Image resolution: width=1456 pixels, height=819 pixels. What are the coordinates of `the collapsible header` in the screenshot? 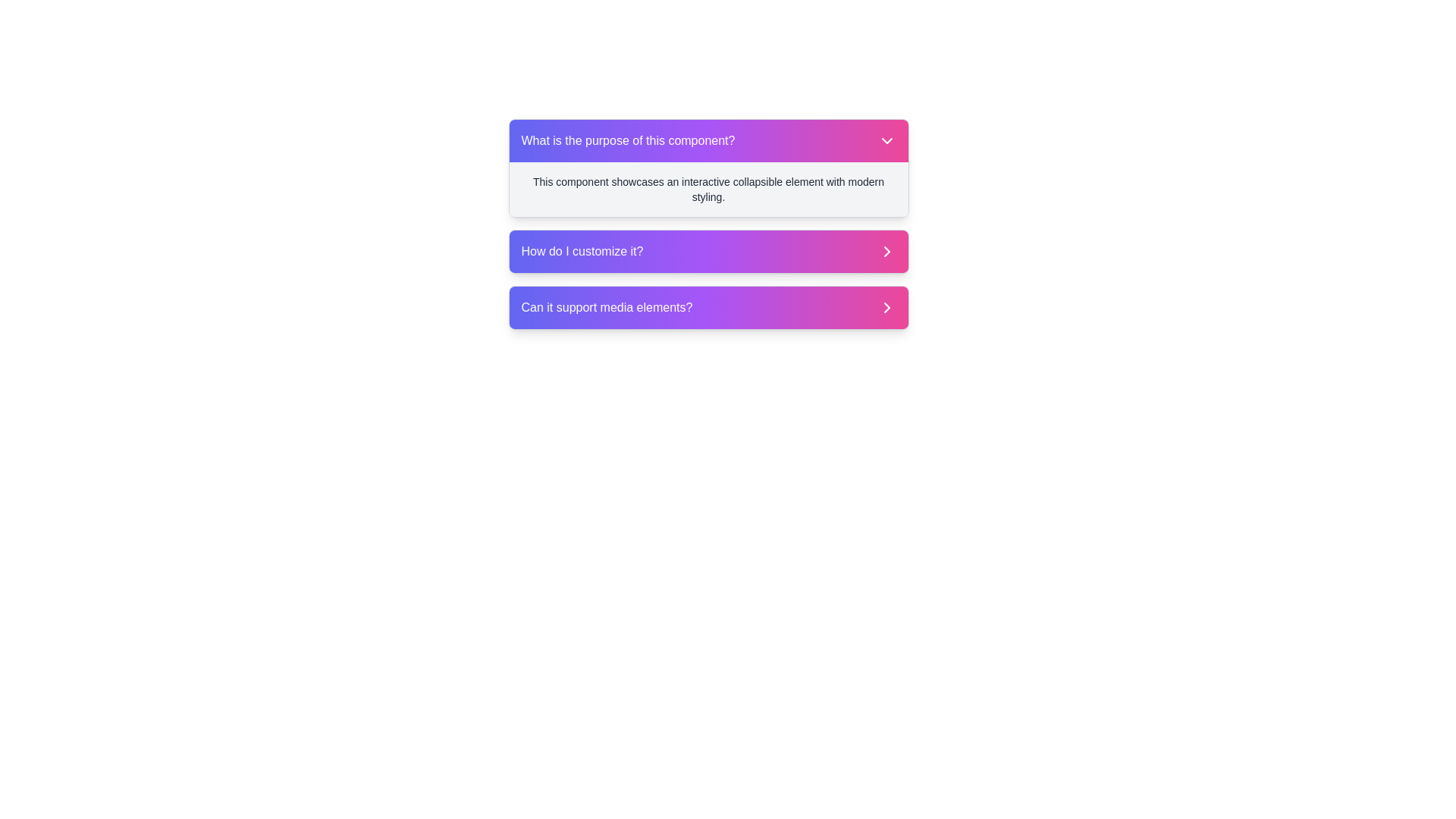 It's located at (708, 140).